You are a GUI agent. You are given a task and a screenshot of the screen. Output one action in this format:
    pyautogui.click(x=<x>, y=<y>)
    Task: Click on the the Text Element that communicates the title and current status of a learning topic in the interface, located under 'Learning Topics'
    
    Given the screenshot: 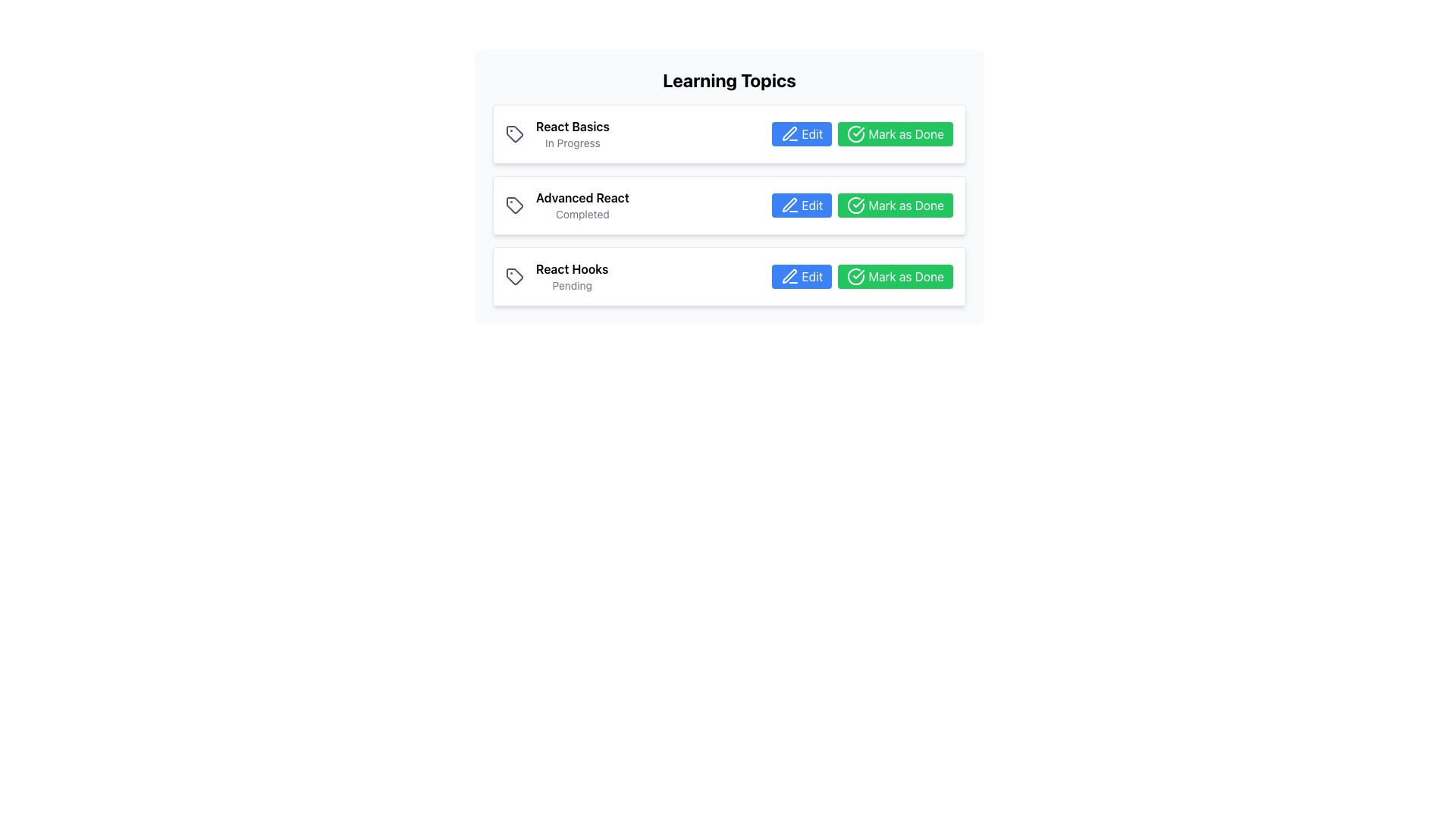 What is the action you would take?
    pyautogui.click(x=572, y=133)
    